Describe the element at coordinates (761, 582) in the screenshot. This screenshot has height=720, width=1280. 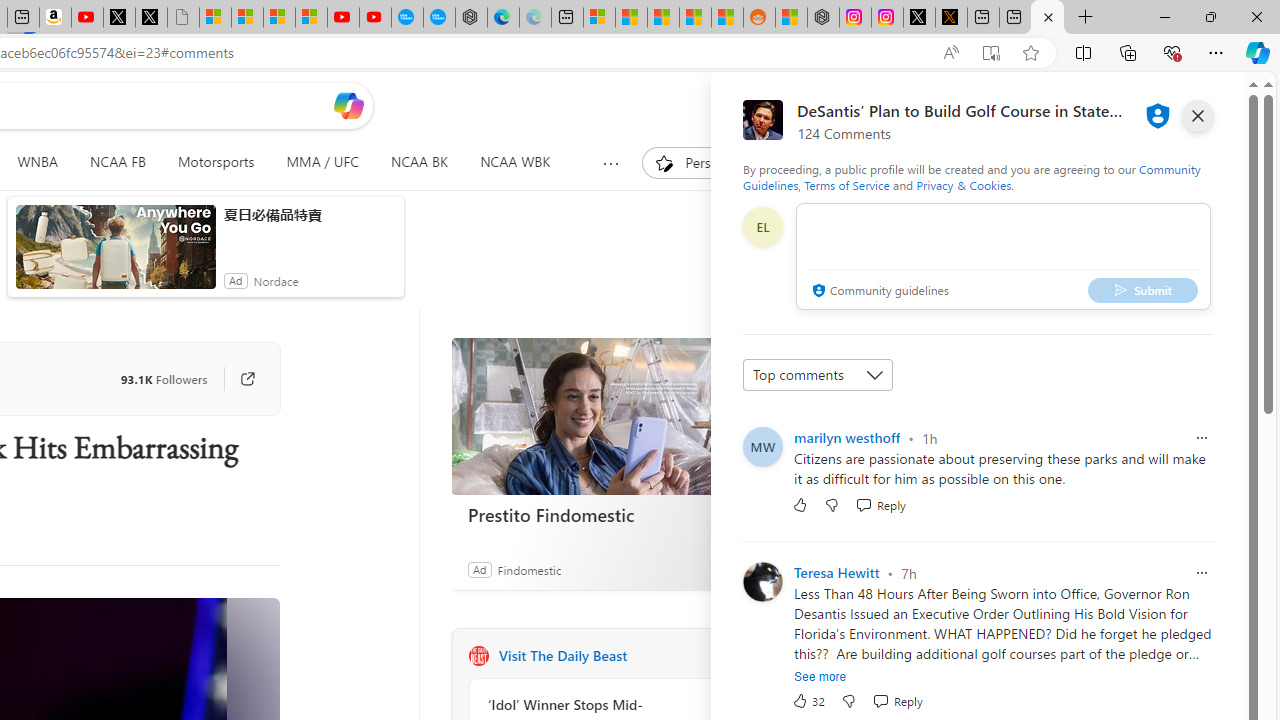
I see `'Profile Picture'` at that location.